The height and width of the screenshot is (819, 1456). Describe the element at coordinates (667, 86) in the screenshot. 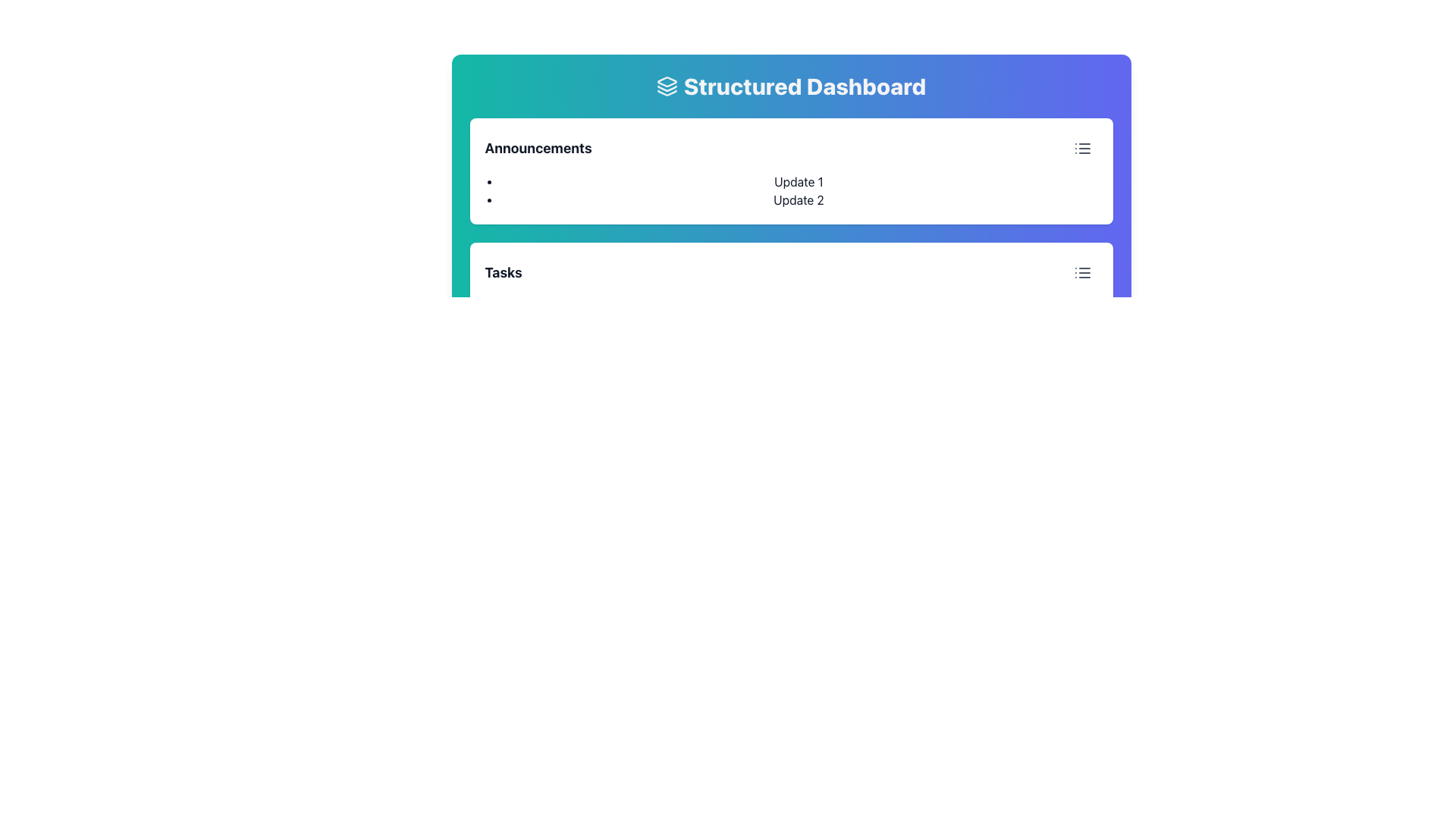

I see `the small icon resembling a stack of layers located to the left of the text 'Structured Dashboard' in the dashboard header` at that location.